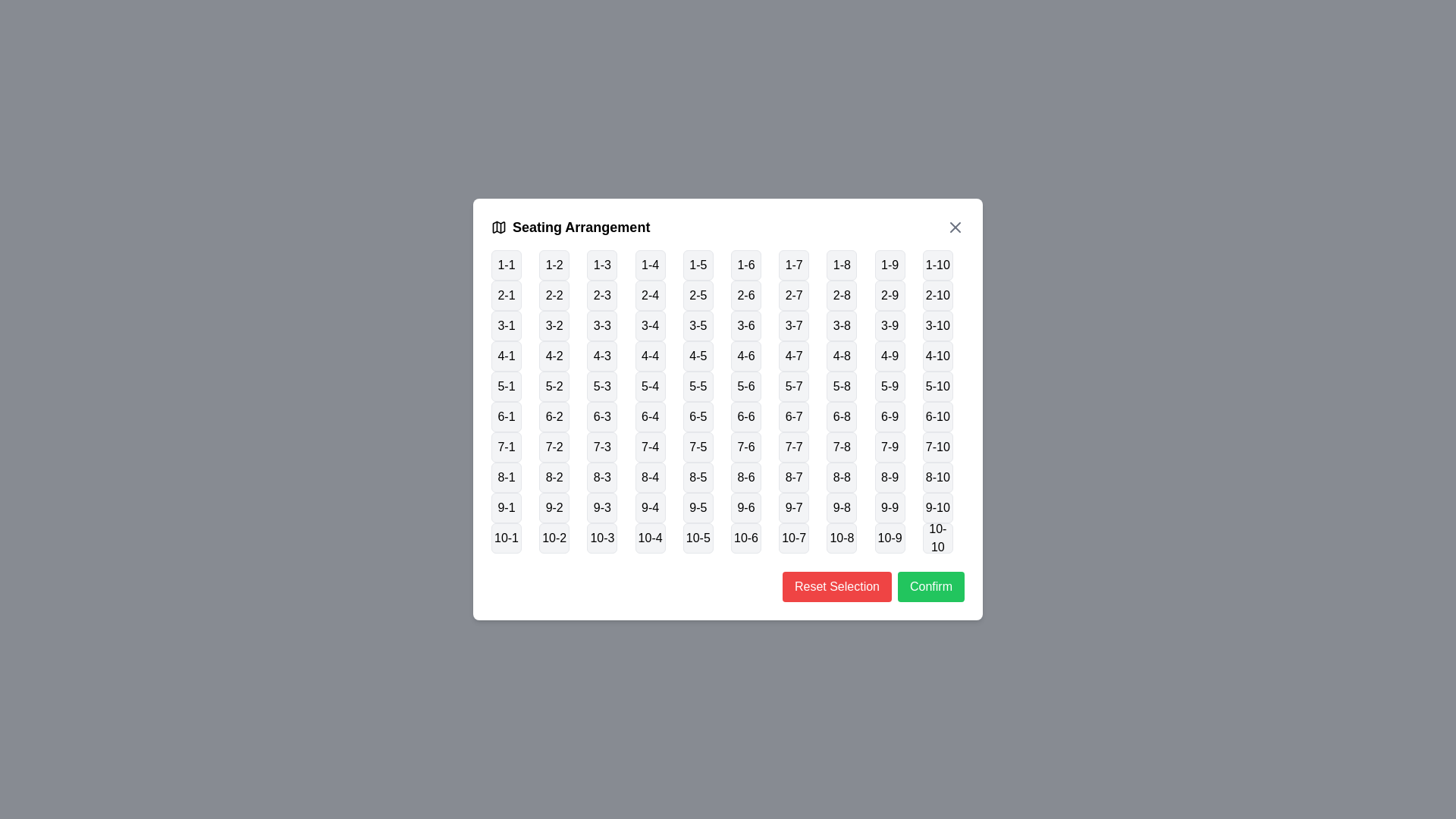 Image resolution: width=1456 pixels, height=819 pixels. What do you see at coordinates (836, 586) in the screenshot?
I see `the 'Reset Selection' button to reset the seating selection` at bounding box center [836, 586].